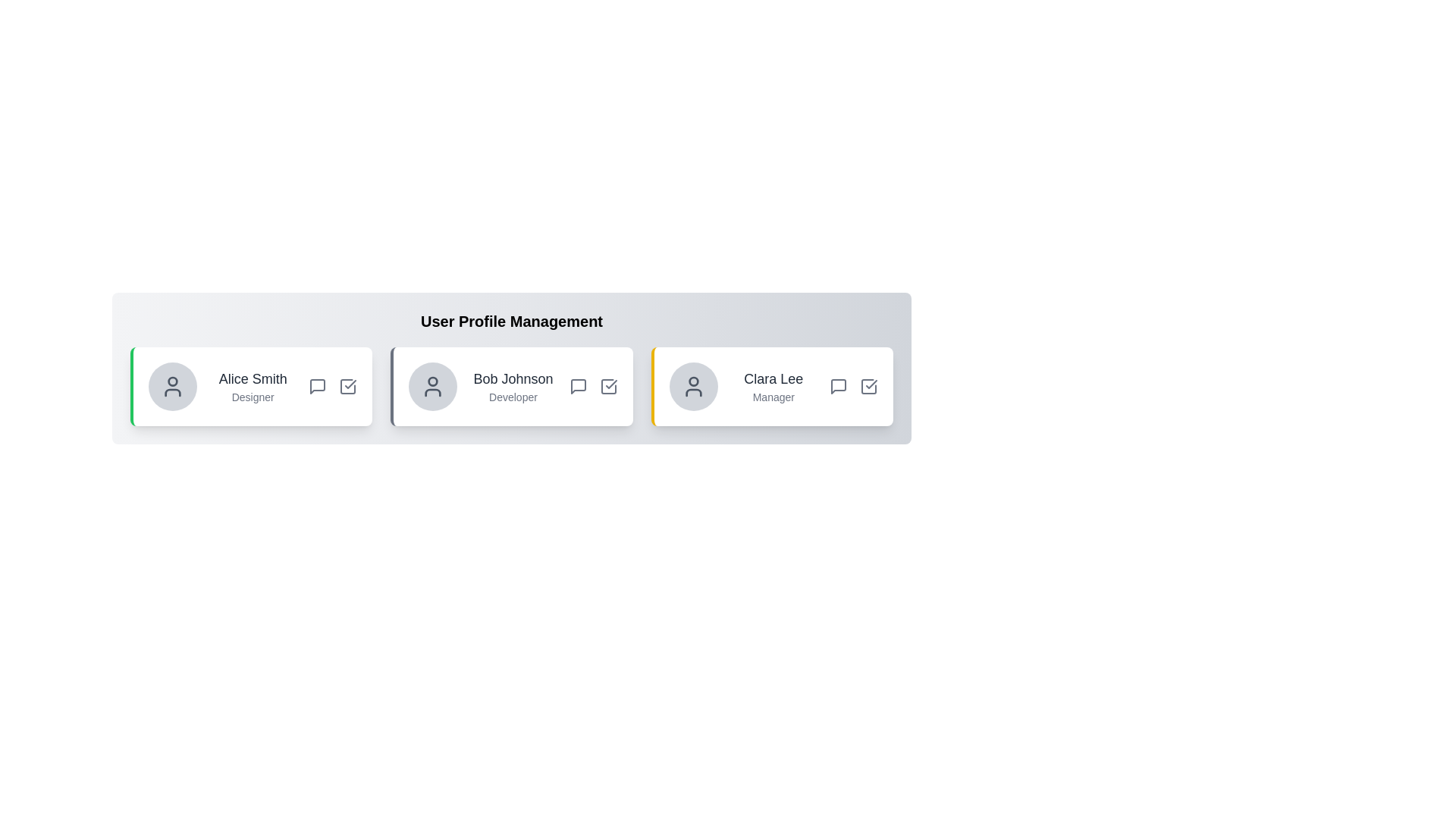 The height and width of the screenshot is (819, 1456). Describe the element at coordinates (513, 397) in the screenshot. I see `the text label displaying 'Developer', which is positioned below the name 'Bob Johnson' and above other UI controls in the profile card` at that location.